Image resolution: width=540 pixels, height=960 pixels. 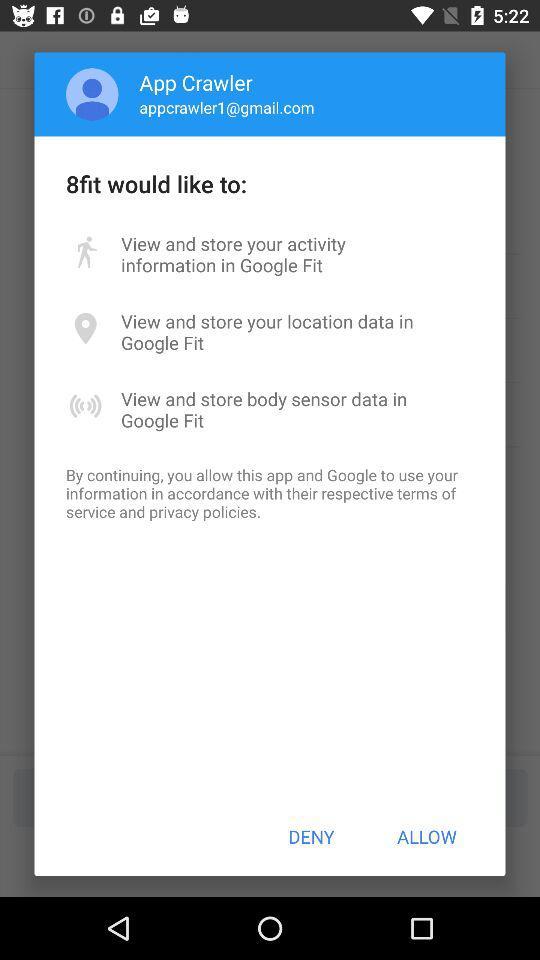 What do you see at coordinates (196, 82) in the screenshot?
I see `the item above appcrawler1@gmail.com` at bounding box center [196, 82].